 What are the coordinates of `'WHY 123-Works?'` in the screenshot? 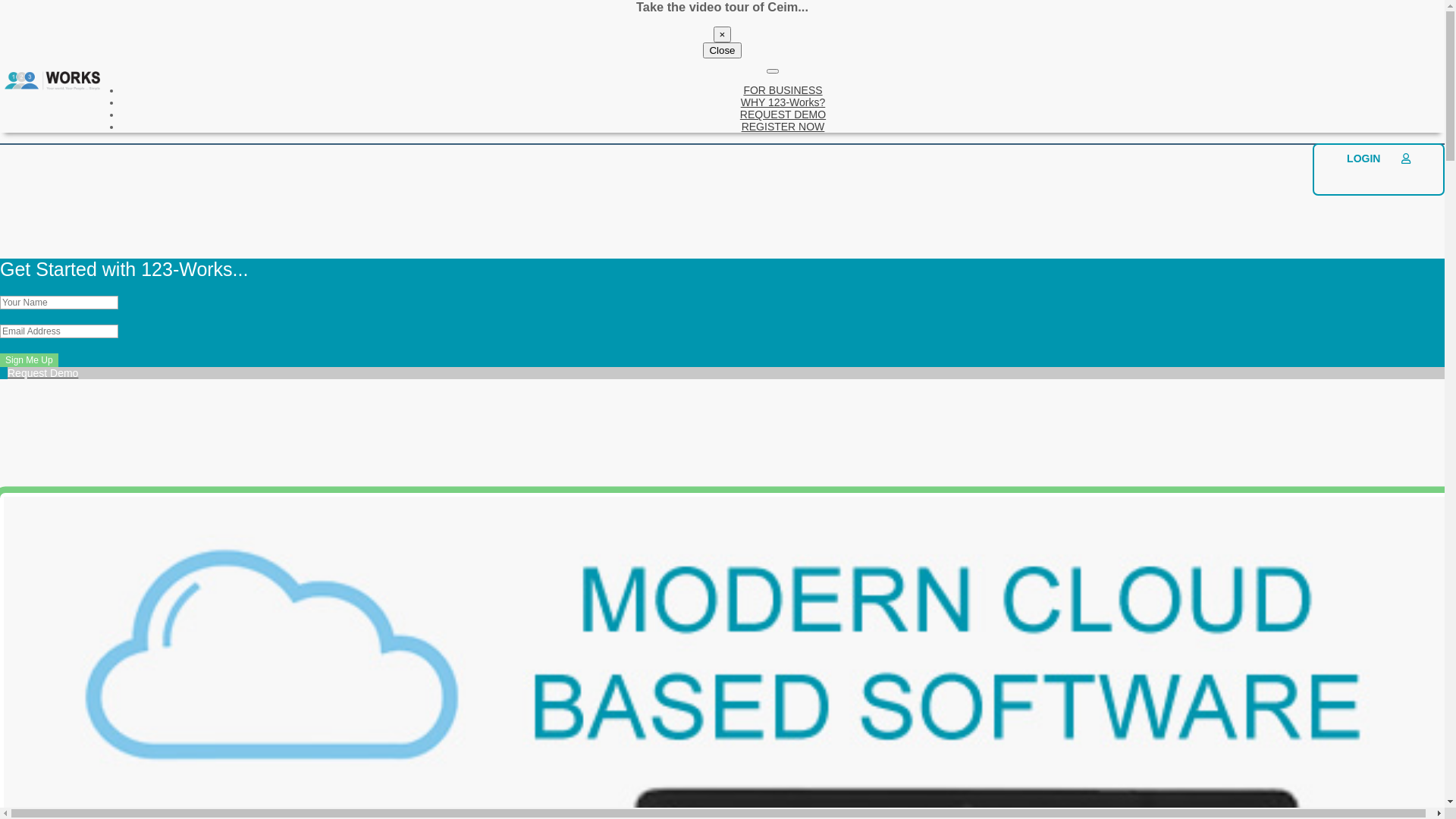 It's located at (783, 102).